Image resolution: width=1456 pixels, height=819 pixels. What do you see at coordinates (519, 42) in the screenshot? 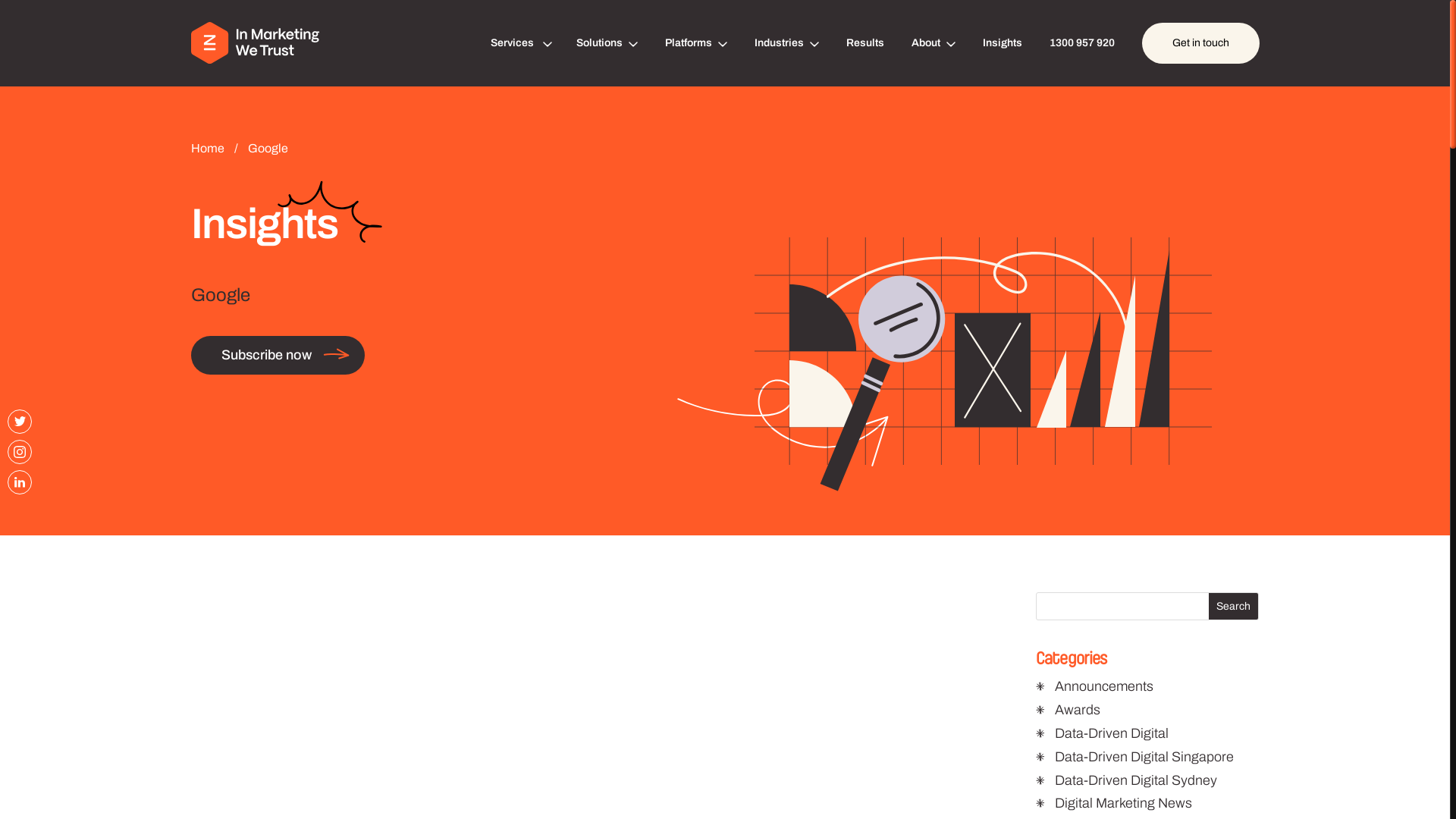
I see `'Services'` at bounding box center [519, 42].